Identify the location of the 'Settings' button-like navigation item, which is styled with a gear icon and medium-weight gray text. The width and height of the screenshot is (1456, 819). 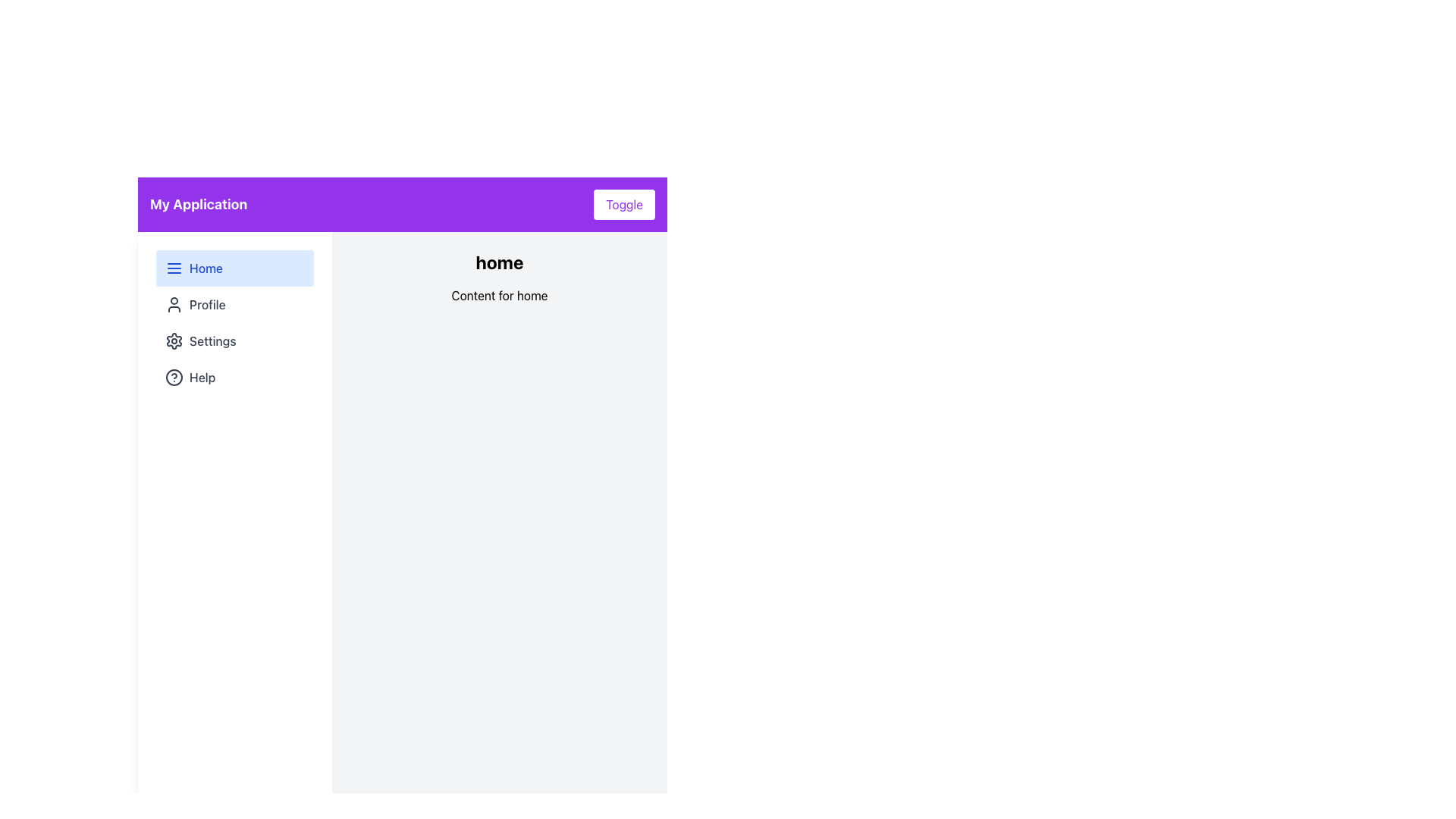
(234, 341).